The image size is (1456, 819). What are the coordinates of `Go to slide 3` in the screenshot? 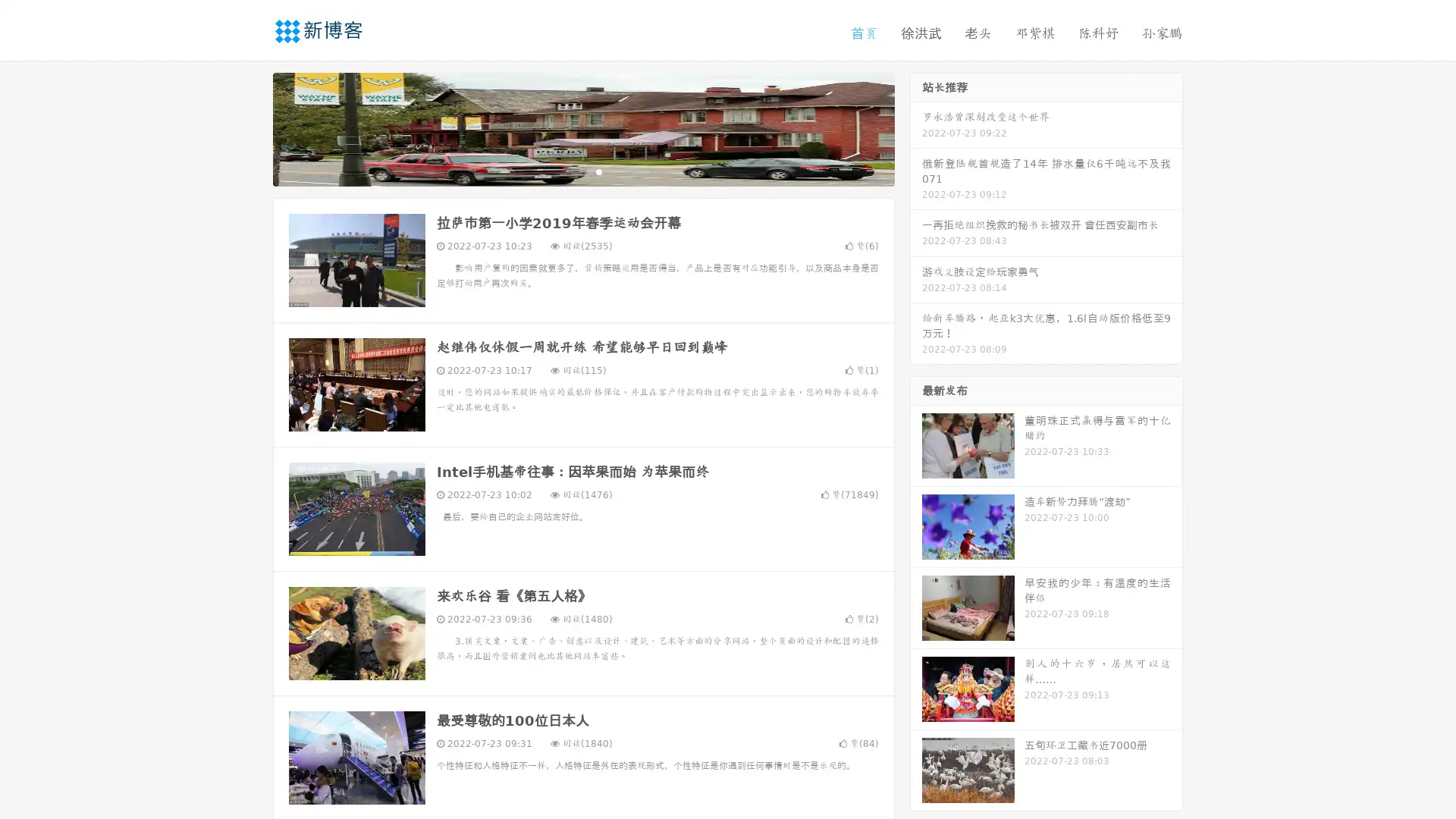 It's located at (598, 171).